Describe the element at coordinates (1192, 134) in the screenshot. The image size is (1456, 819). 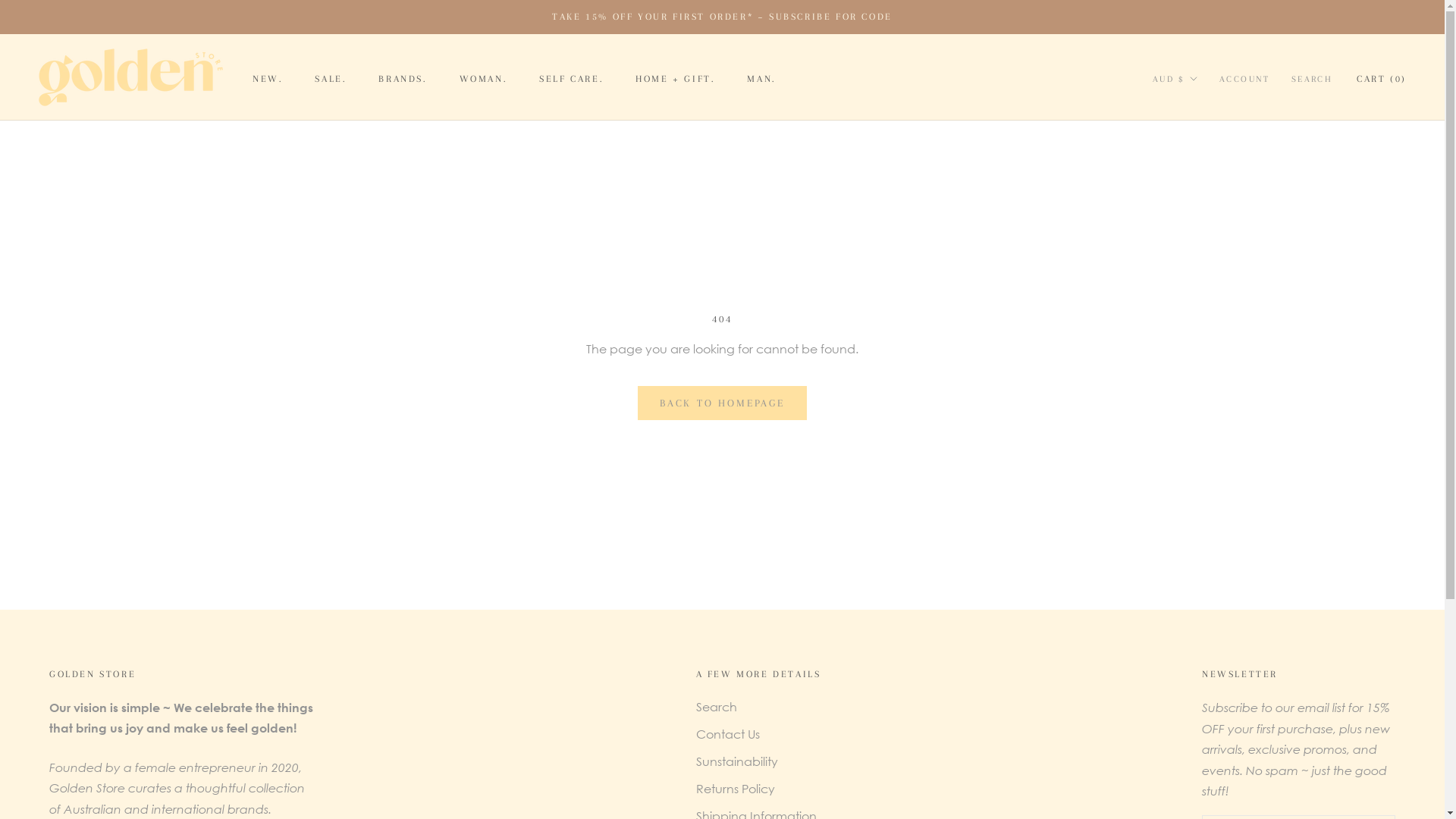
I see `'NZD'` at that location.